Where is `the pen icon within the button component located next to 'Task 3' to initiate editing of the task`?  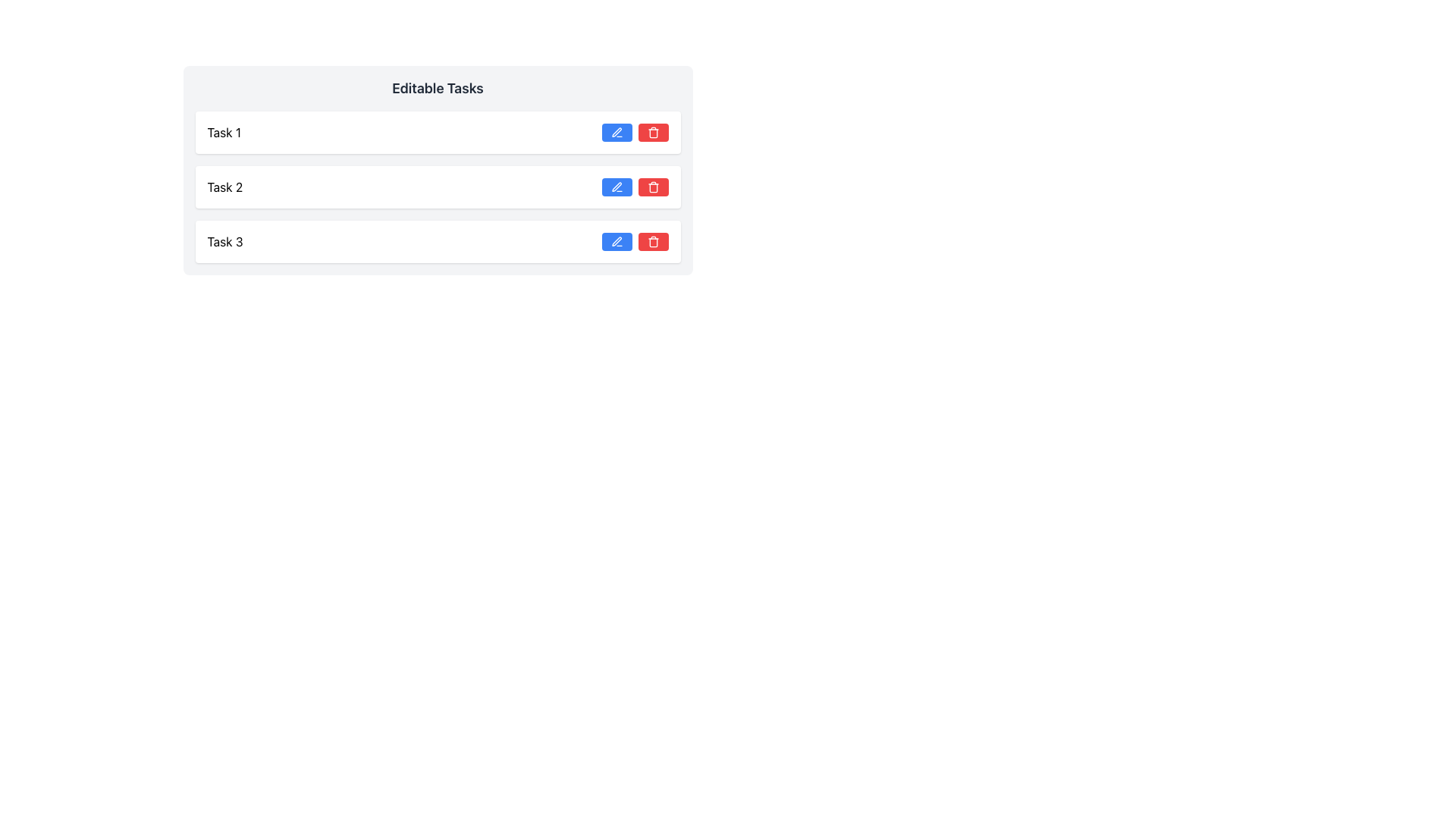
the pen icon within the button component located next to 'Task 3' to initiate editing of the task is located at coordinates (617, 240).